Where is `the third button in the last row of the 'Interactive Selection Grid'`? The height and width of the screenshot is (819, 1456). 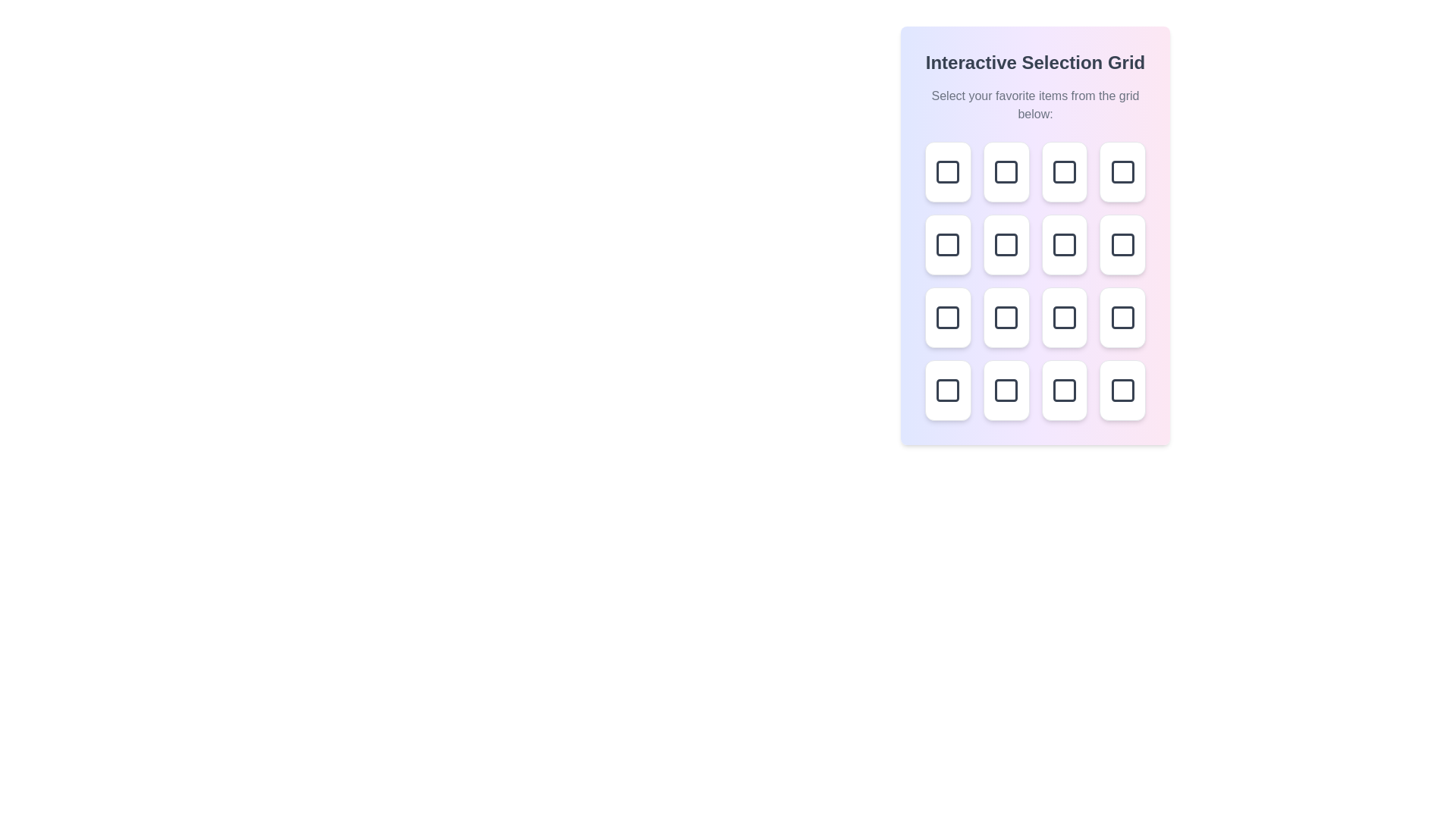 the third button in the last row of the 'Interactive Selection Grid' is located at coordinates (1063, 317).